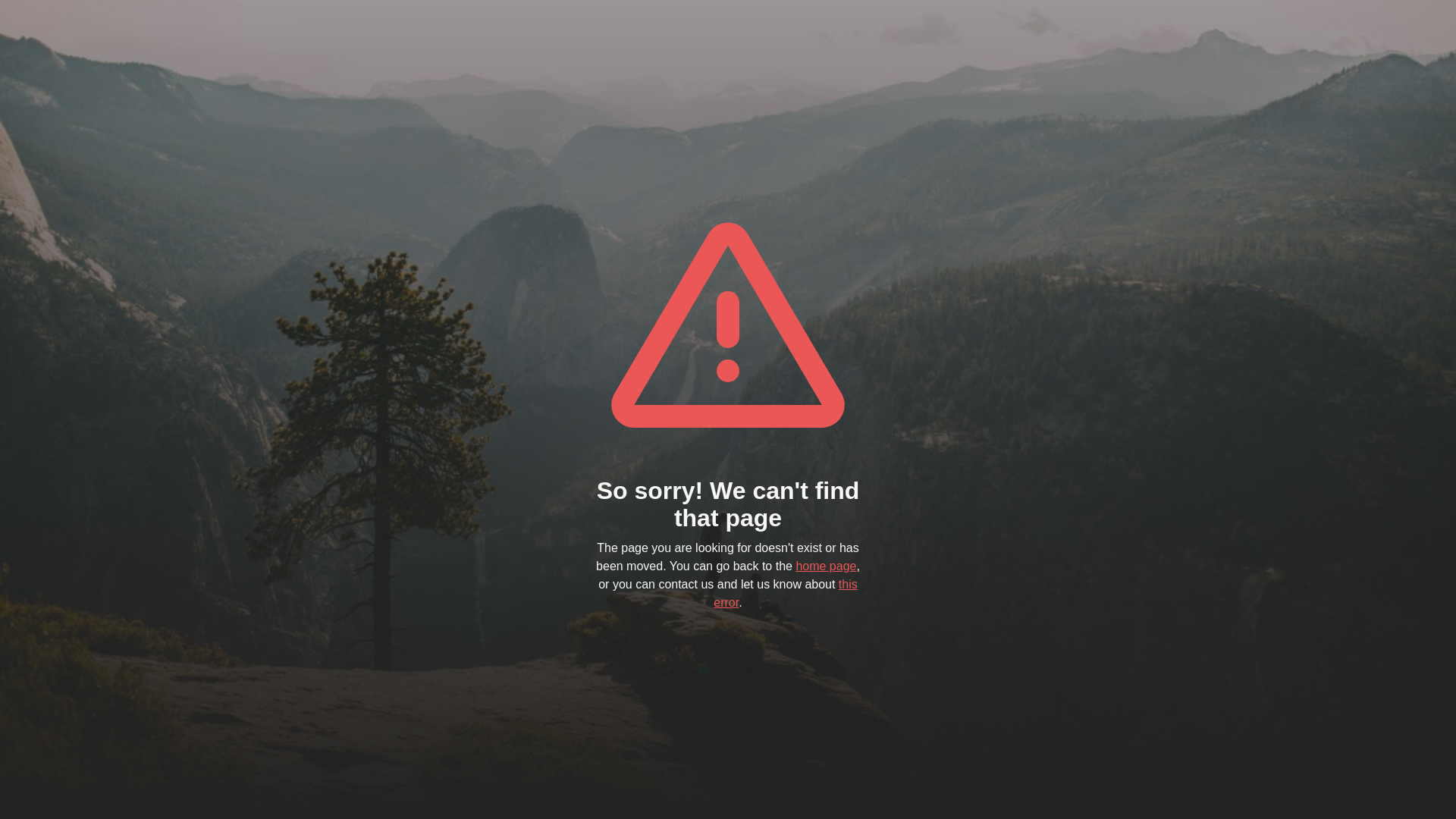 This screenshot has width=1456, height=819. What do you see at coordinates (785, 592) in the screenshot?
I see `'this error'` at bounding box center [785, 592].